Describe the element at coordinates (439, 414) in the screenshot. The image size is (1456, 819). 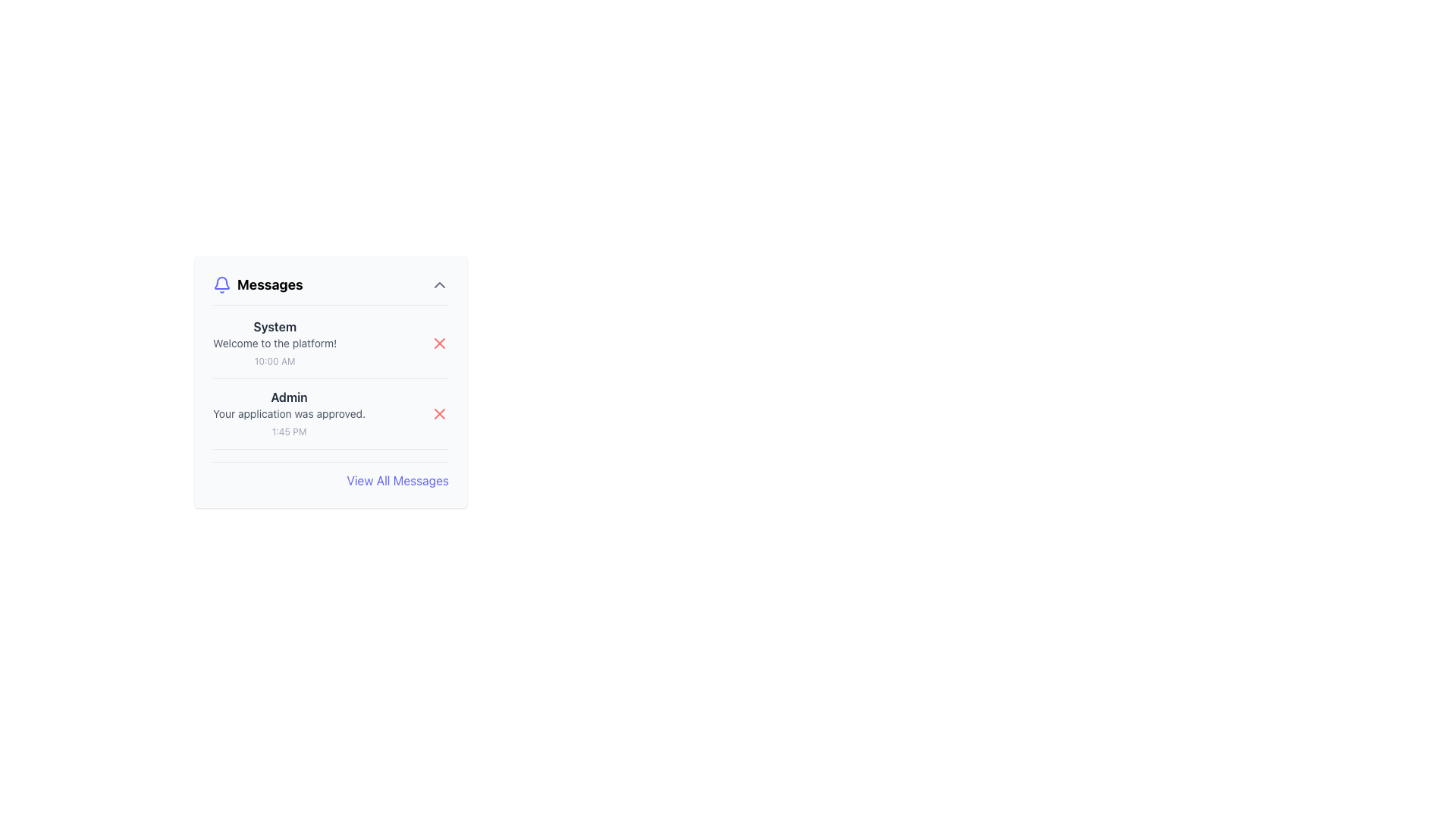
I see `the dismissal button located in the bottom message entry block, aligned horizontally to the right of the message text to observe the style change` at that location.